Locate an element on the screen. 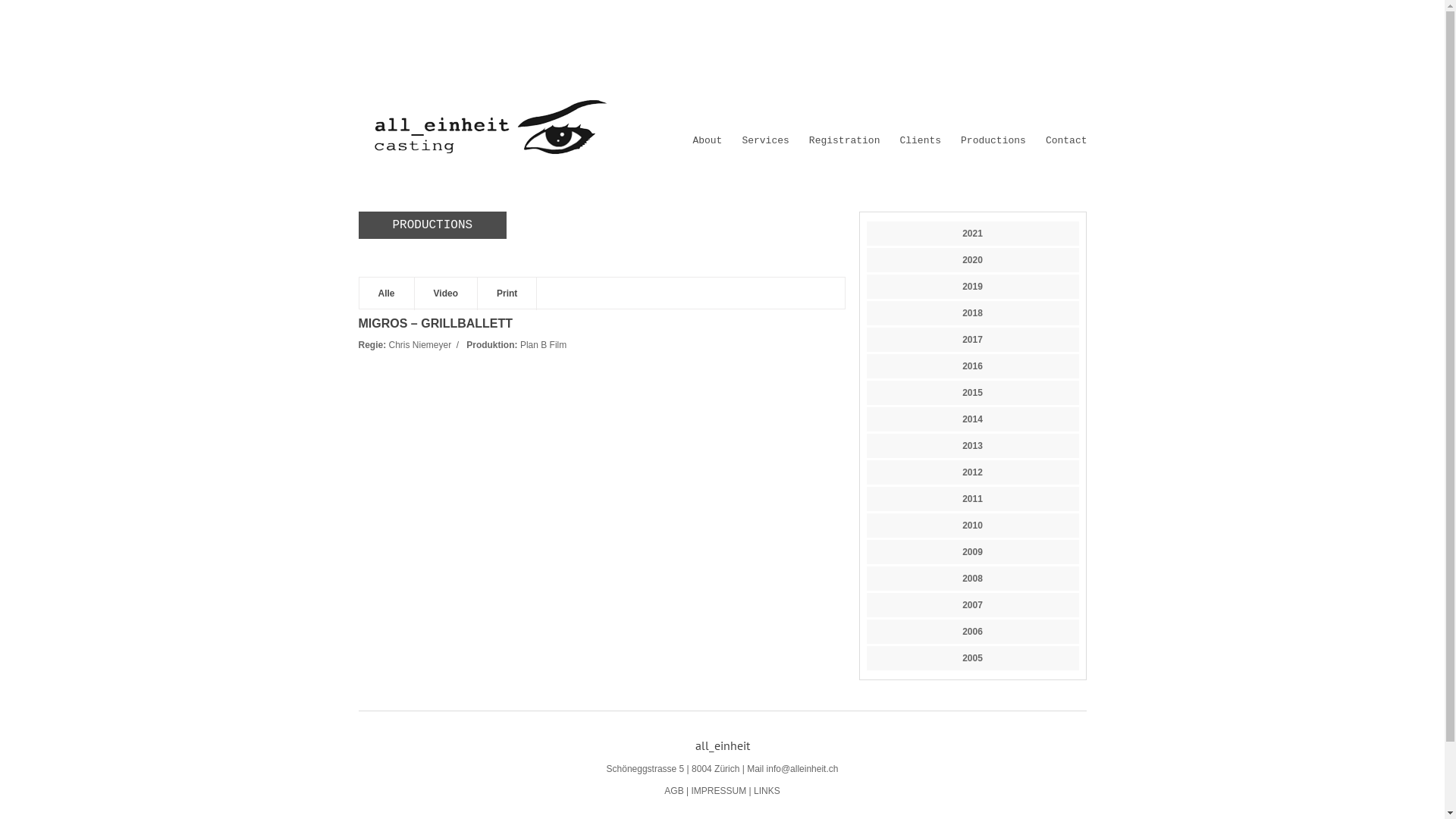 Image resolution: width=1456 pixels, height=819 pixels. '2011' is located at coordinates (866, 499).